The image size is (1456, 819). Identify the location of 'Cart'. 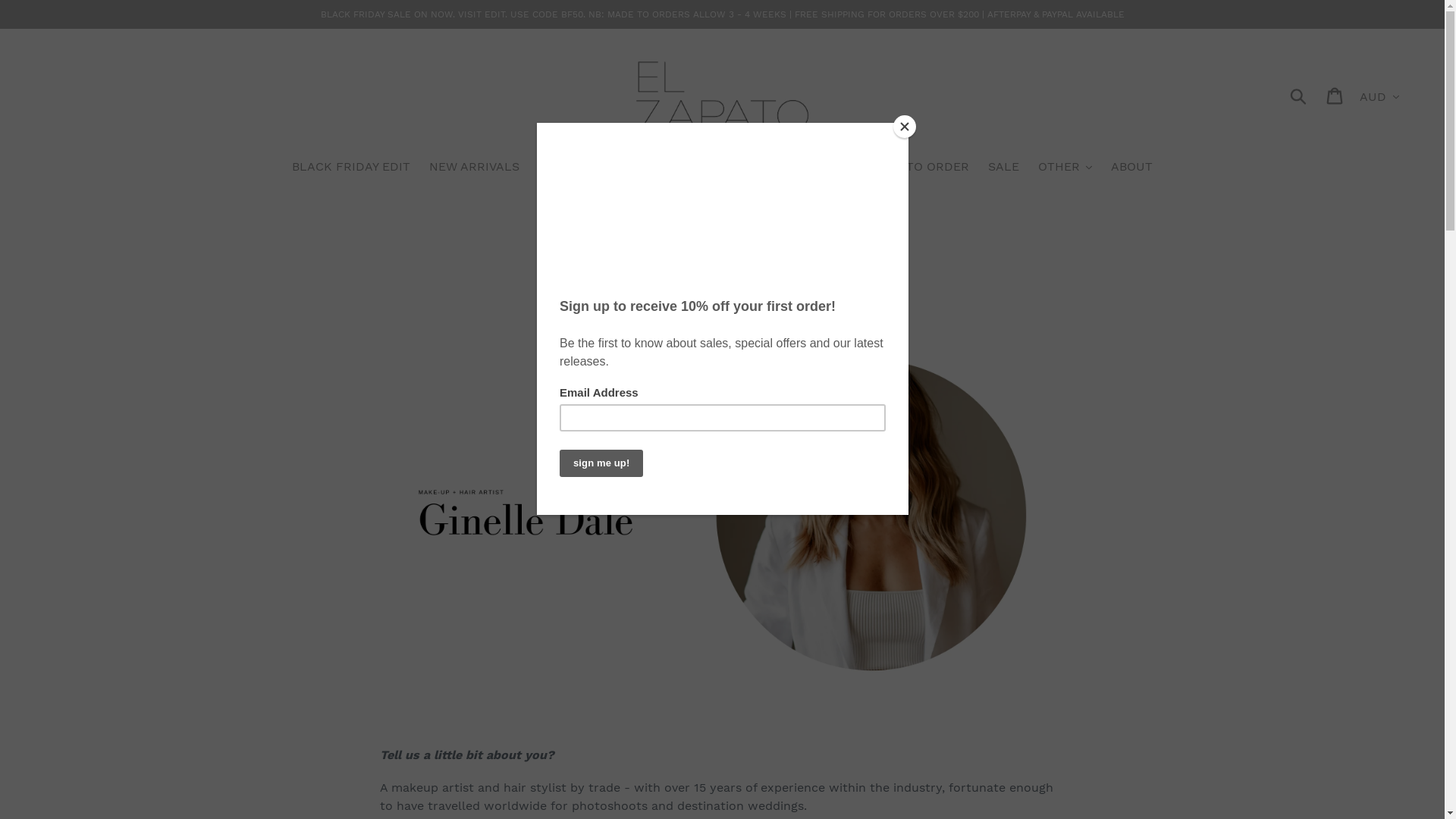
(1335, 95).